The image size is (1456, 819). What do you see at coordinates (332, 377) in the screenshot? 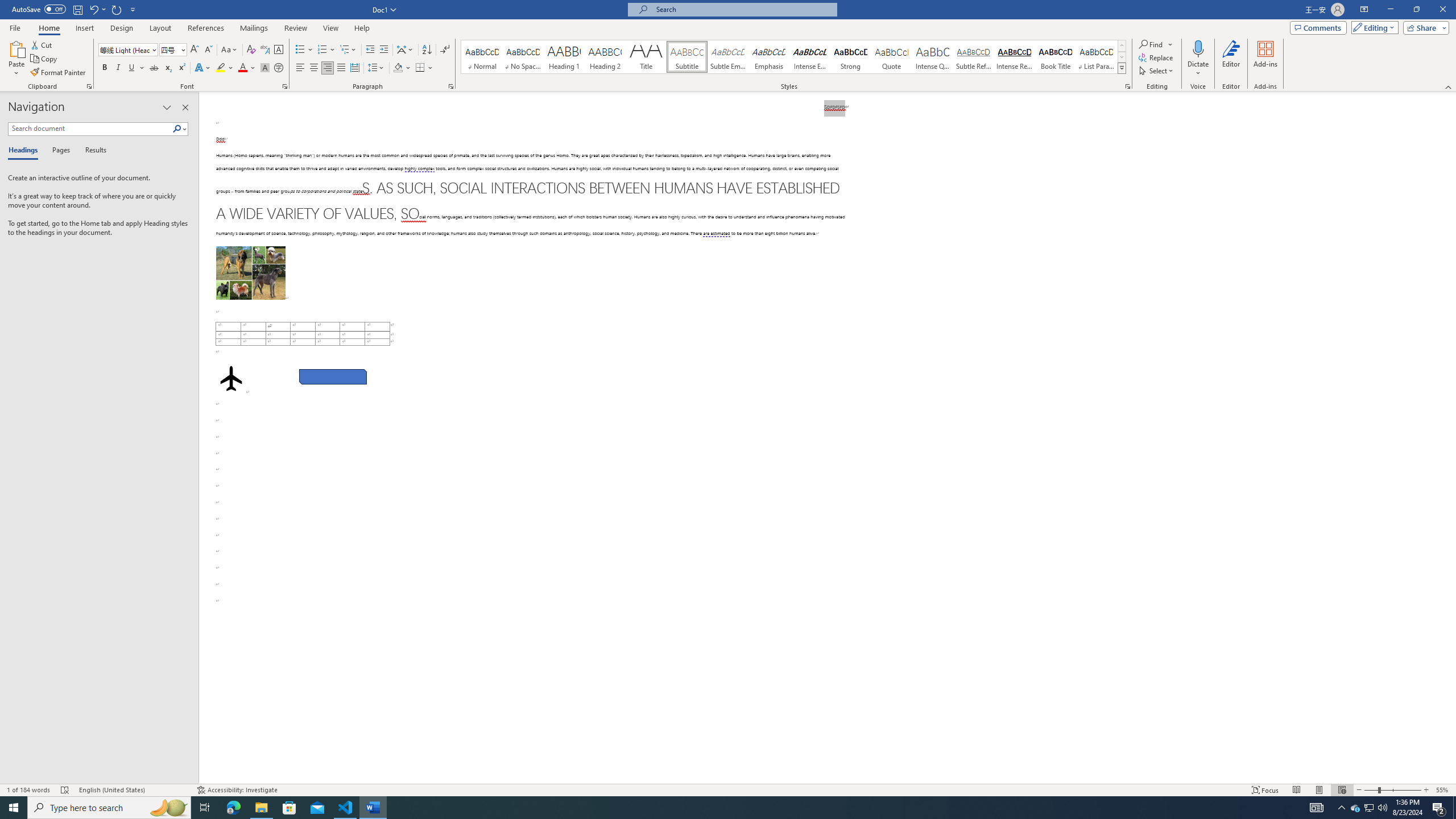
I see `'Rectangle: Diagonal Corners Snipped 2'` at bounding box center [332, 377].